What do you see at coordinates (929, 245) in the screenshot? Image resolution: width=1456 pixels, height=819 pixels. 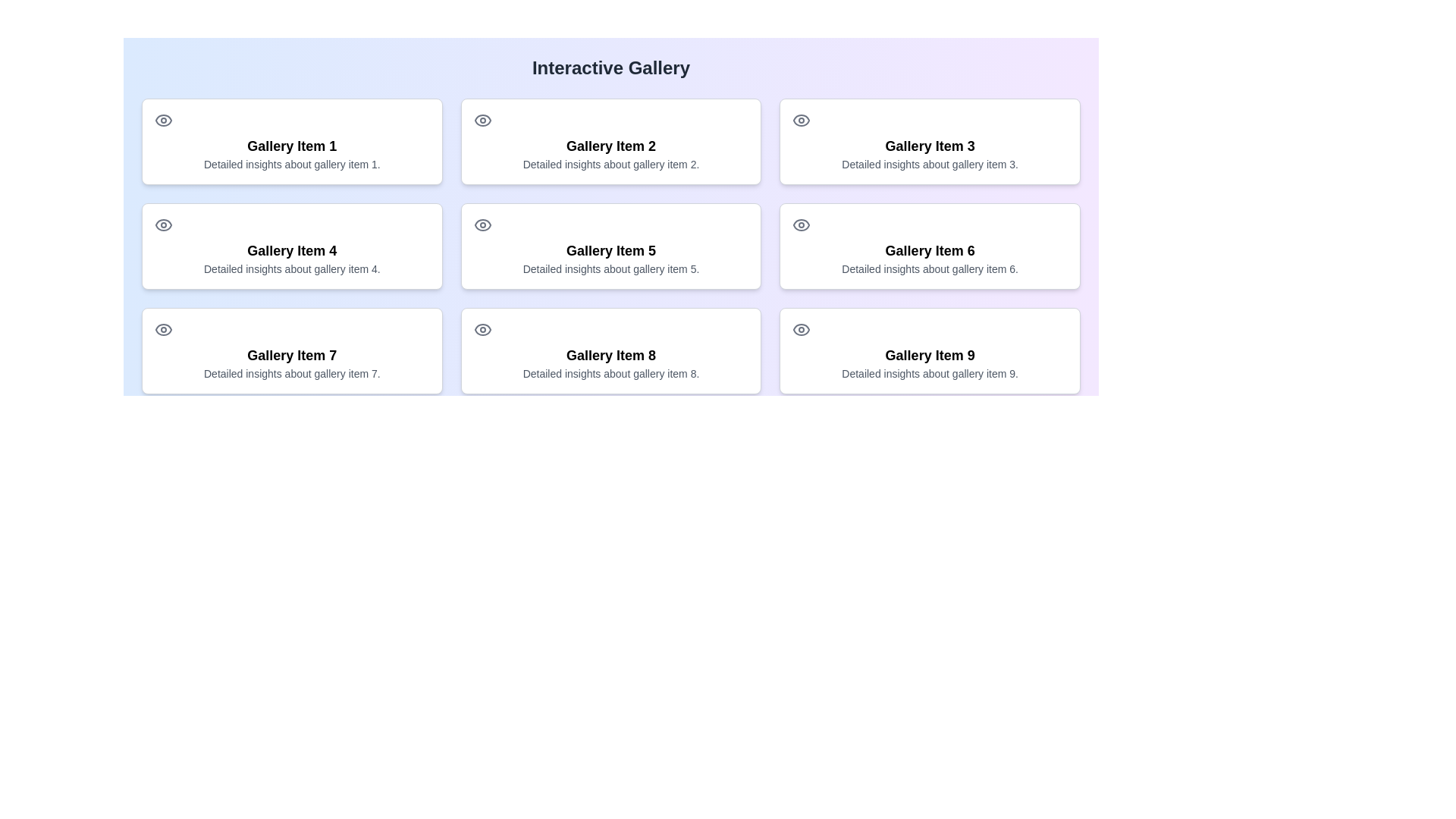 I see `the gallery item card representing 'Gallery Item 6', which is the sixth card in a grid layout, located in the middle row and last column` at bounding box center [929, 245].